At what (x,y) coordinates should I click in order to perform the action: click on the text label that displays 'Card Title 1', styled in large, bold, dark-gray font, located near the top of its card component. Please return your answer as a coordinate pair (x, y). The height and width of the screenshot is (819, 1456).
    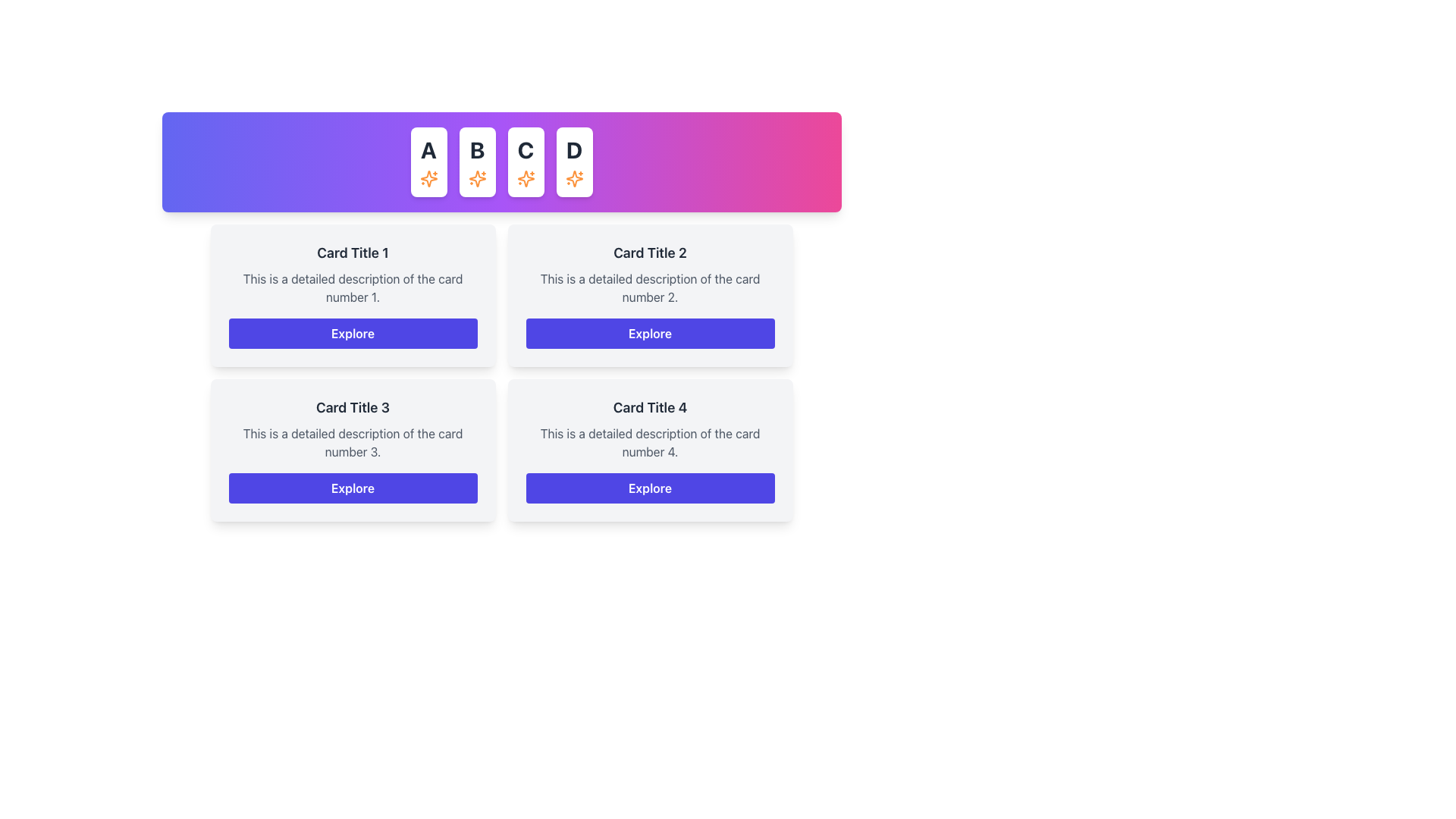
    Looking at the image, I should click on (352, 253).